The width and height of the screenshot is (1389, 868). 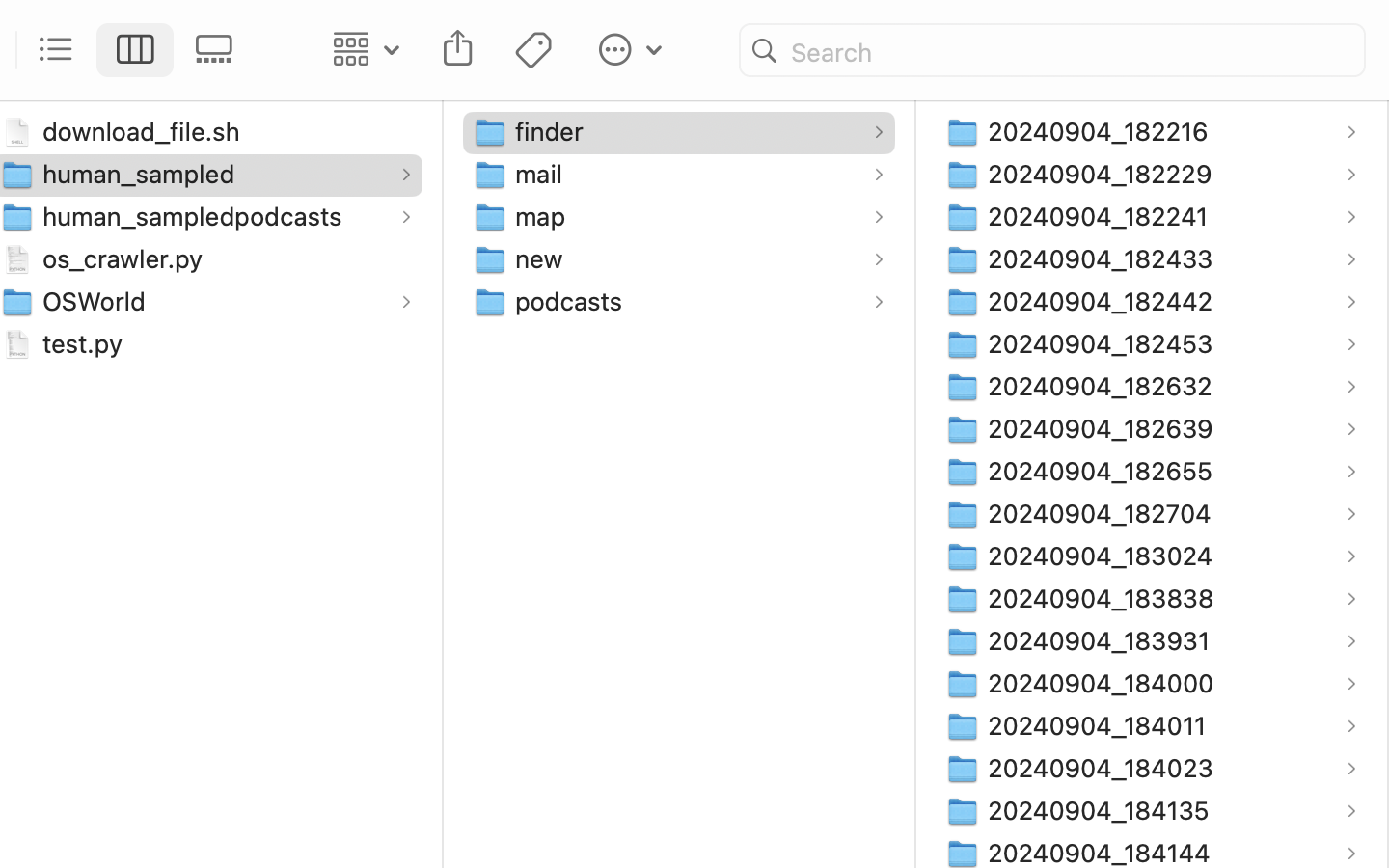 I want to click on '20240904_182216', so click(x=1102, y=130).